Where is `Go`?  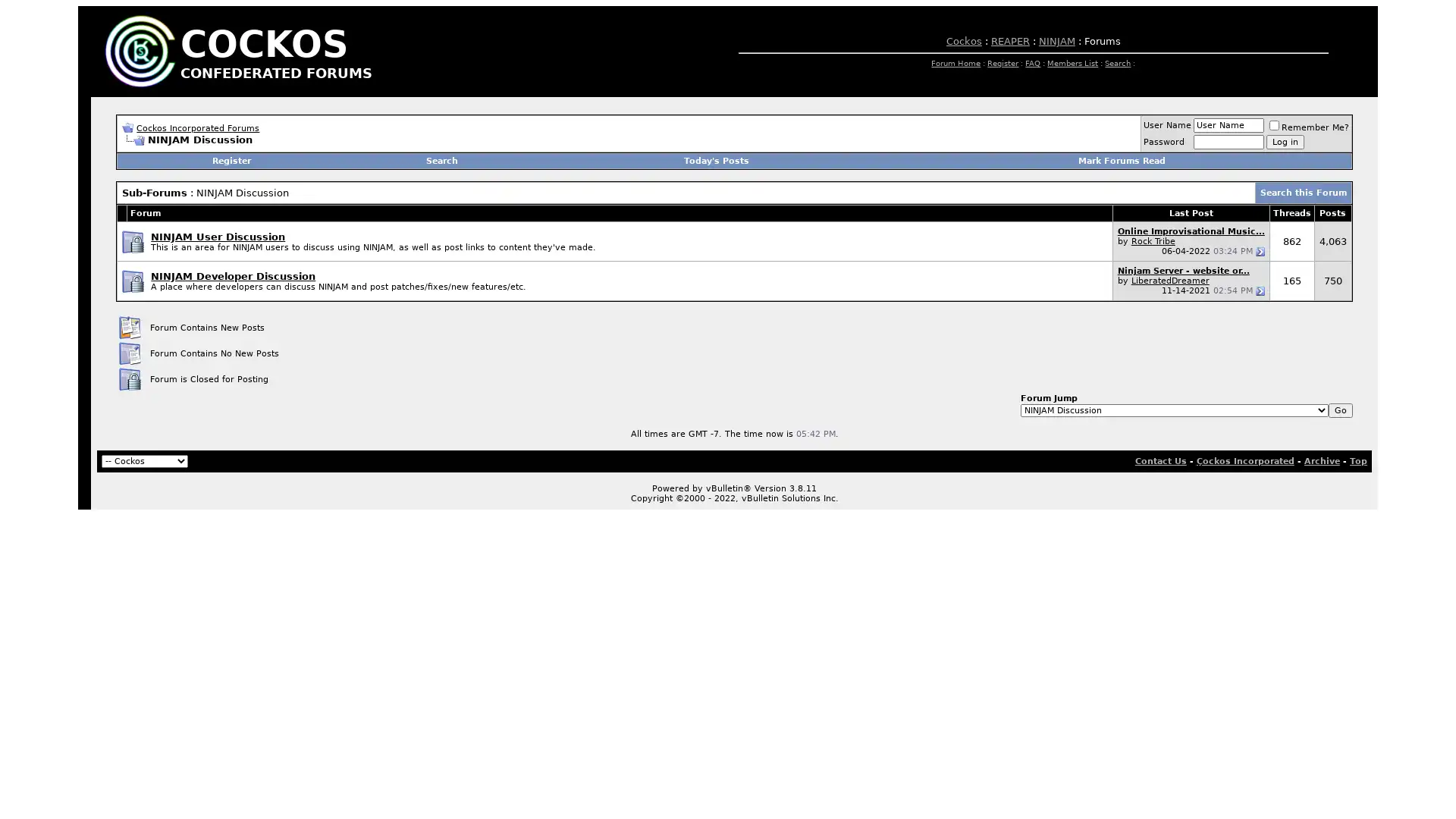 Go is located at coordinates (1339, 410).